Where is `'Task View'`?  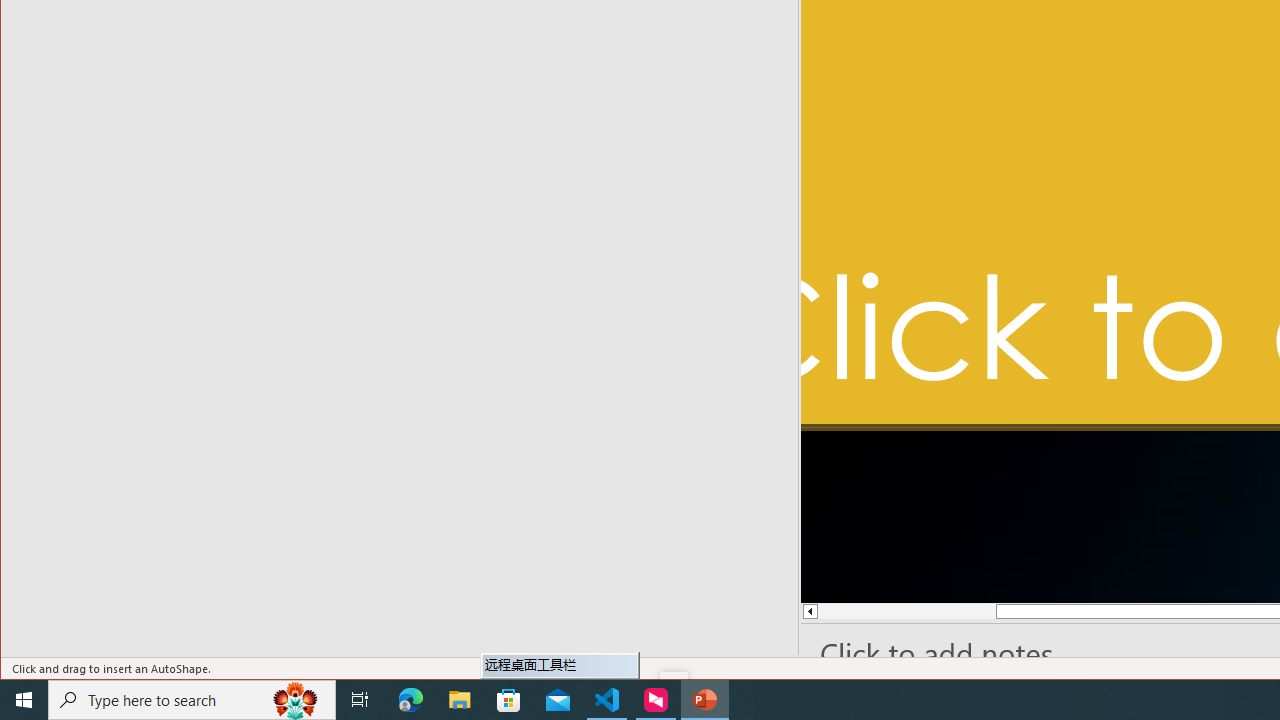 'Task View' is located at coordinates (359, 698).